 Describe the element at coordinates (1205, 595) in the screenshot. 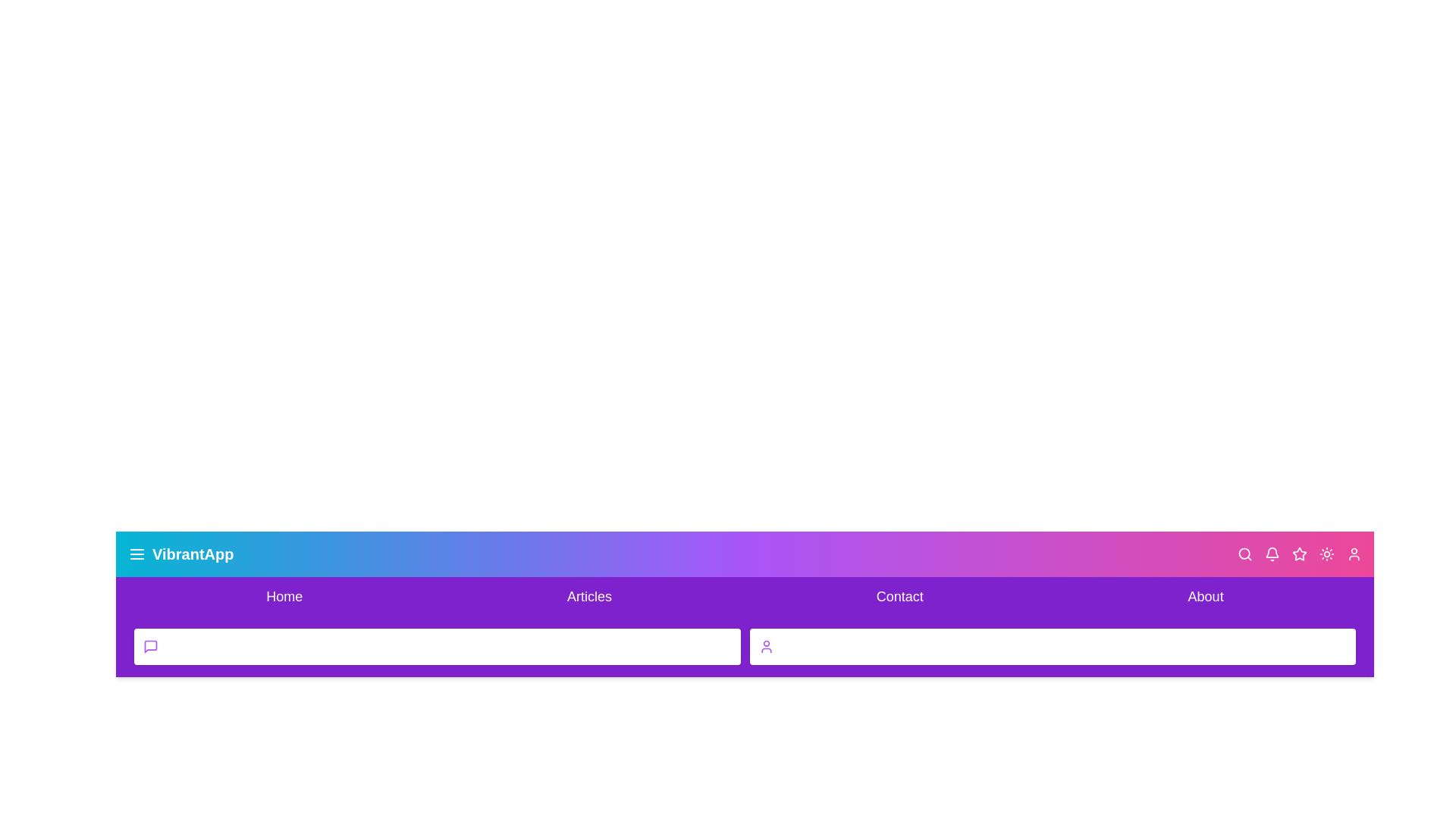

I see `the About navigation link to navigate to the respective section` at that location.